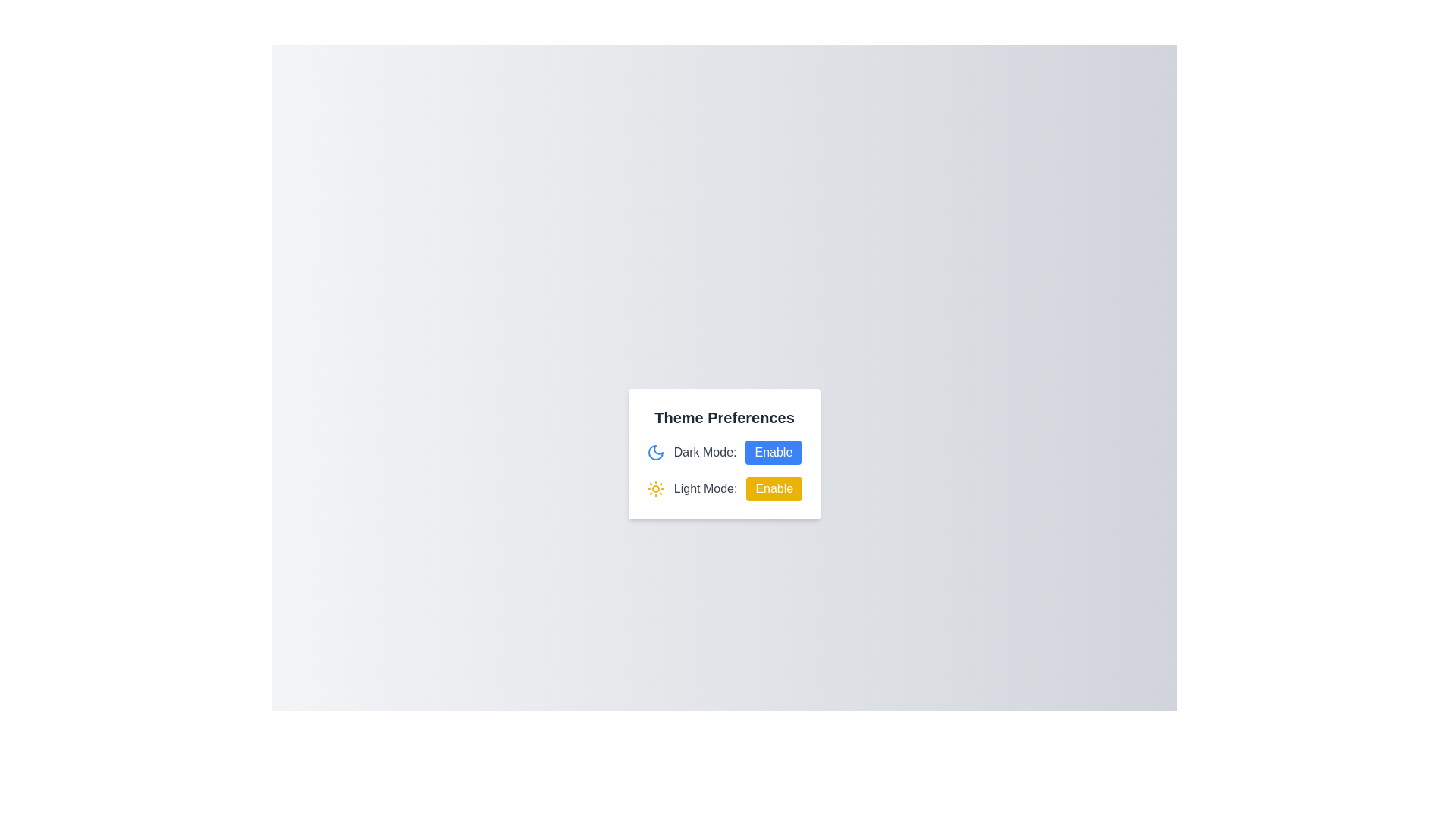  I want to click on the 'Light Mode:' label, which is a medium gray text label aligned left in the light theme settings, located to the left of the 'Enable' button, so click(704, 488).